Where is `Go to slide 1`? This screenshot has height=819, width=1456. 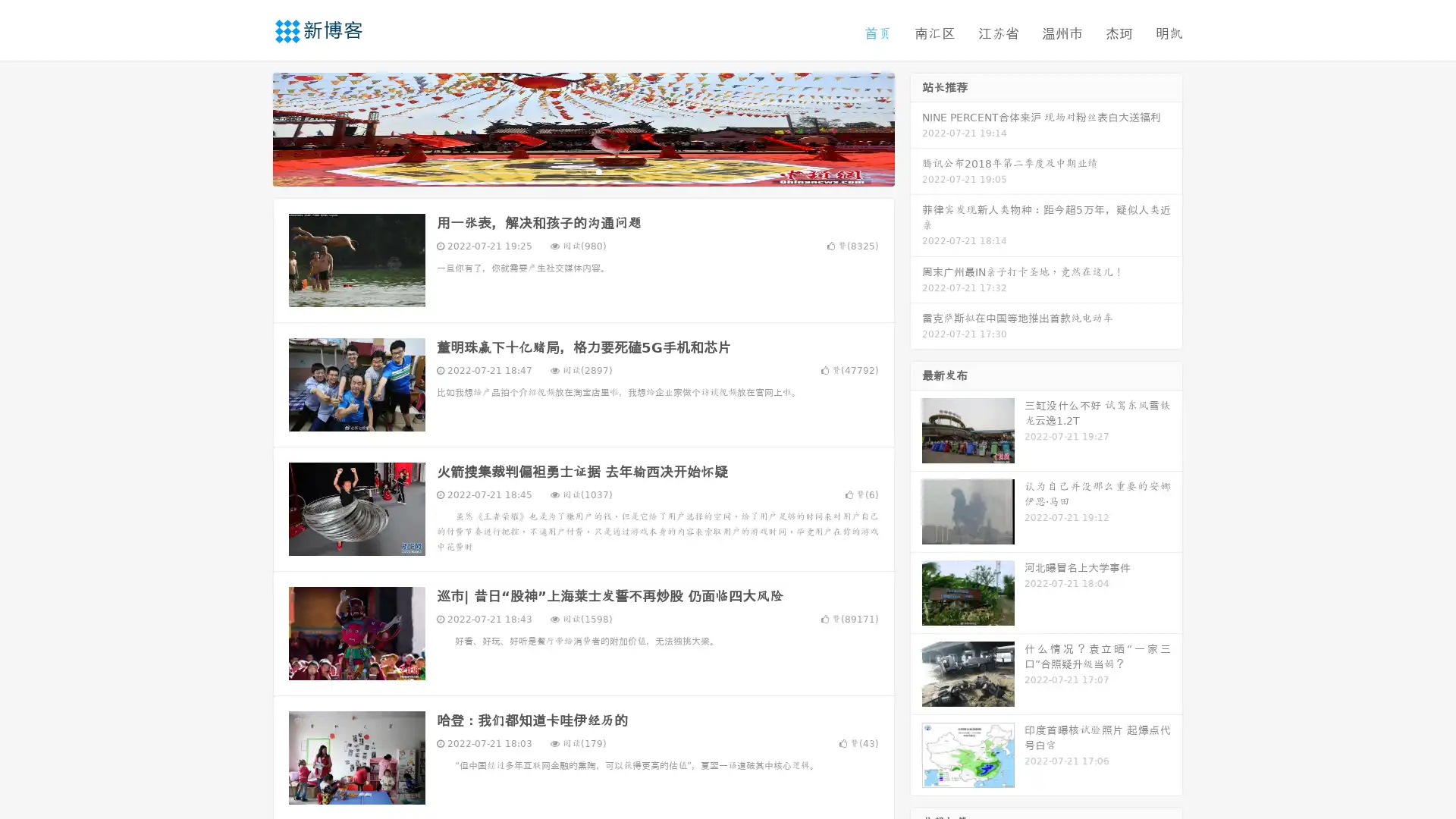
Go to slide 1 is located at coordinates (567, 171).